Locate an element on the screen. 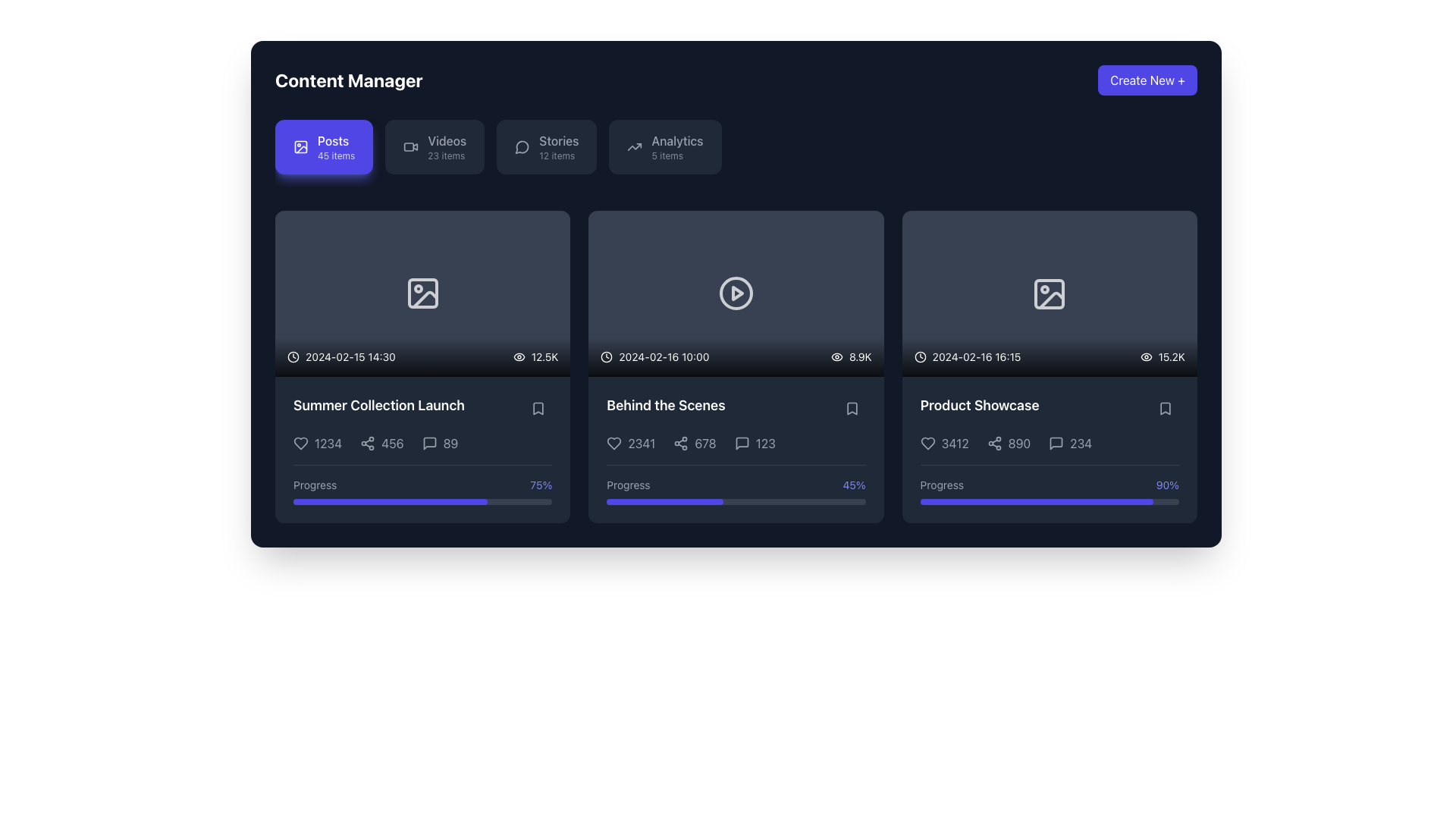  the informational textual indicator displaying the progress percentage of the task, located to the right of the progress bar in the 'Summer Collection Launch' card is located at coordinates (422, 485).